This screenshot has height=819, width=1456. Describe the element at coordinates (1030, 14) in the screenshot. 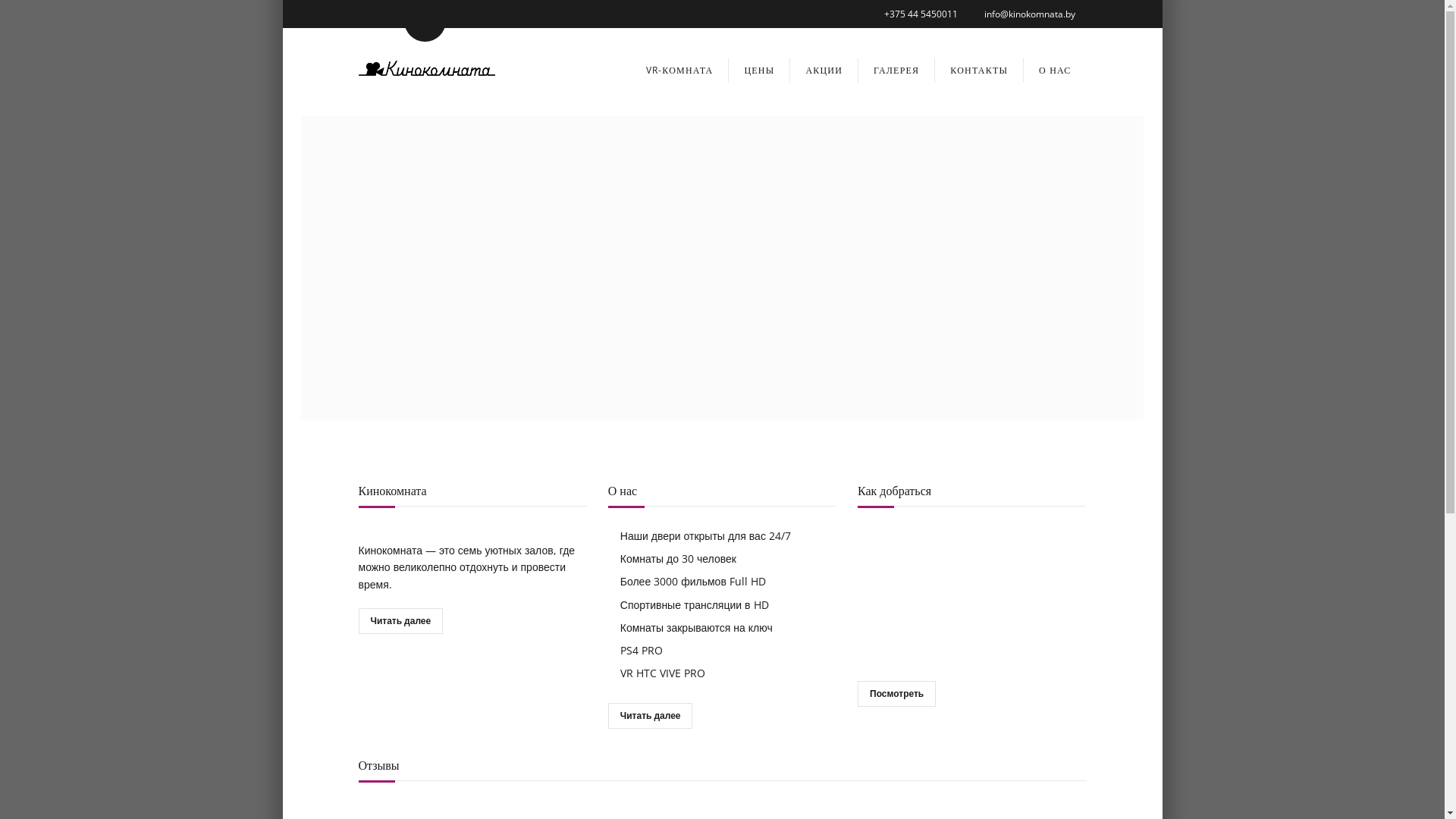

I see `'info@kinokomnata.by'` at that location.